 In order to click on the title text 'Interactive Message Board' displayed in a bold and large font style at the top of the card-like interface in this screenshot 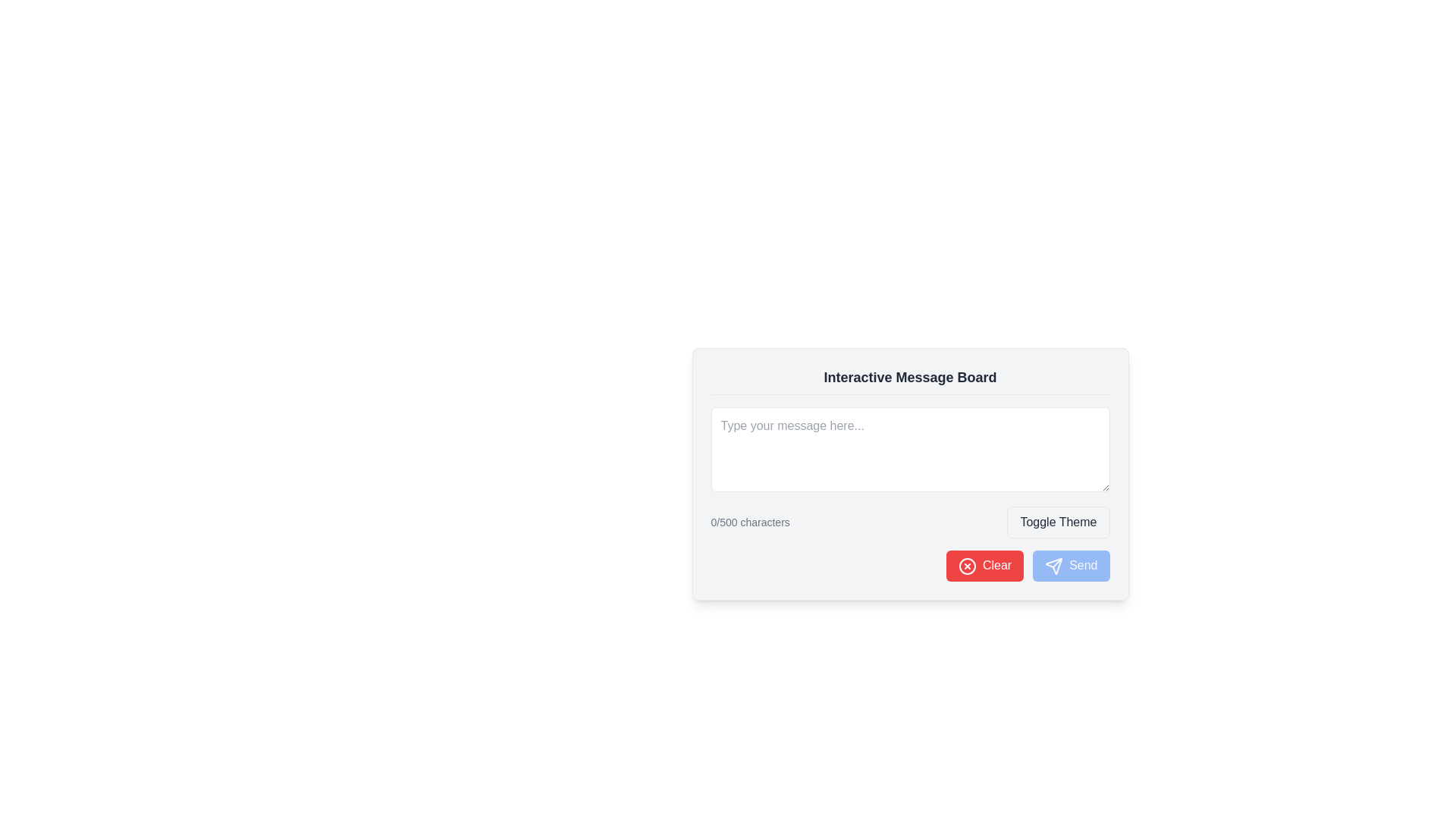, I will do `click(910, 380)`.